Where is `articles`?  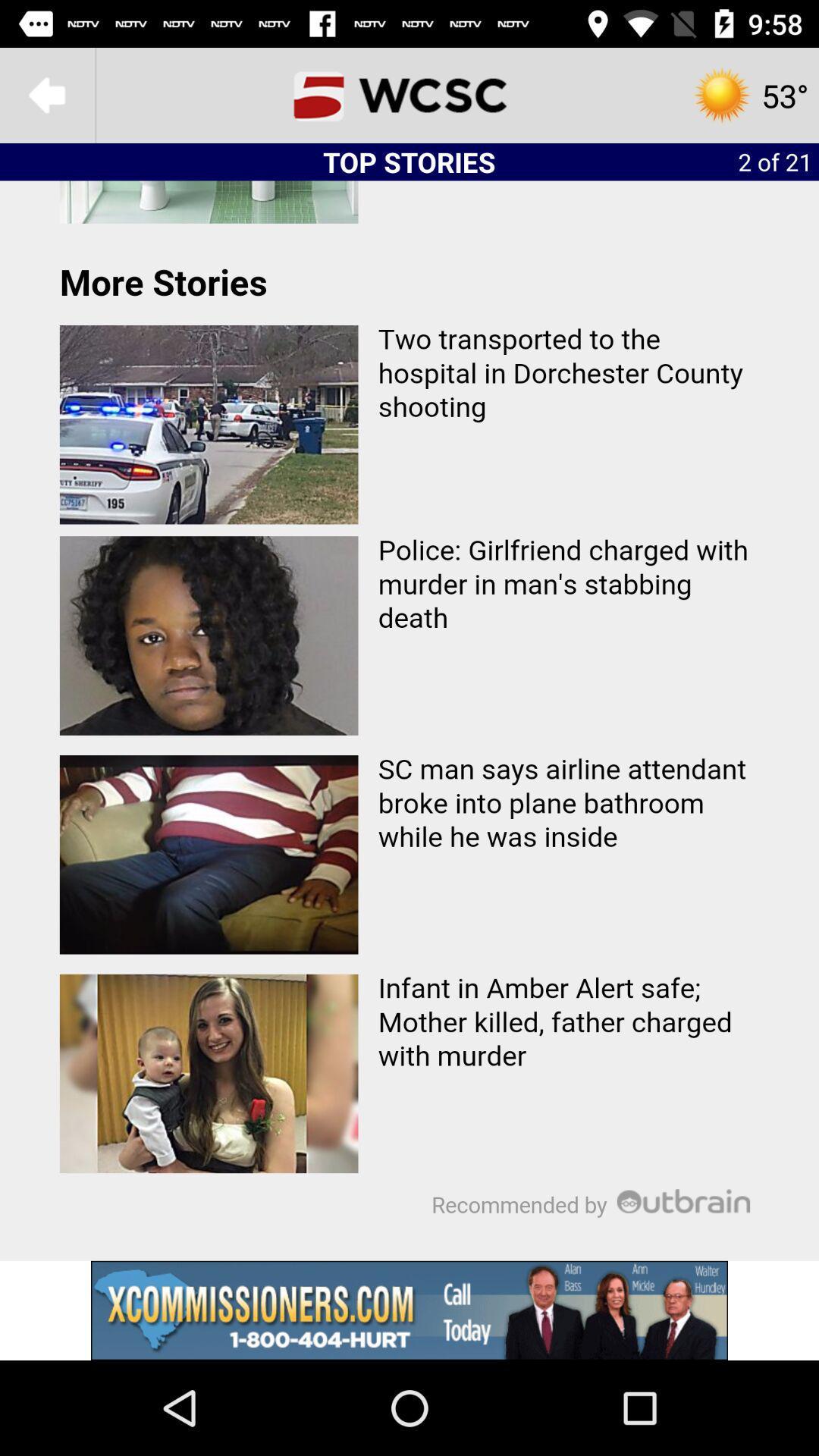
articles is located at coordinates (409, 720).